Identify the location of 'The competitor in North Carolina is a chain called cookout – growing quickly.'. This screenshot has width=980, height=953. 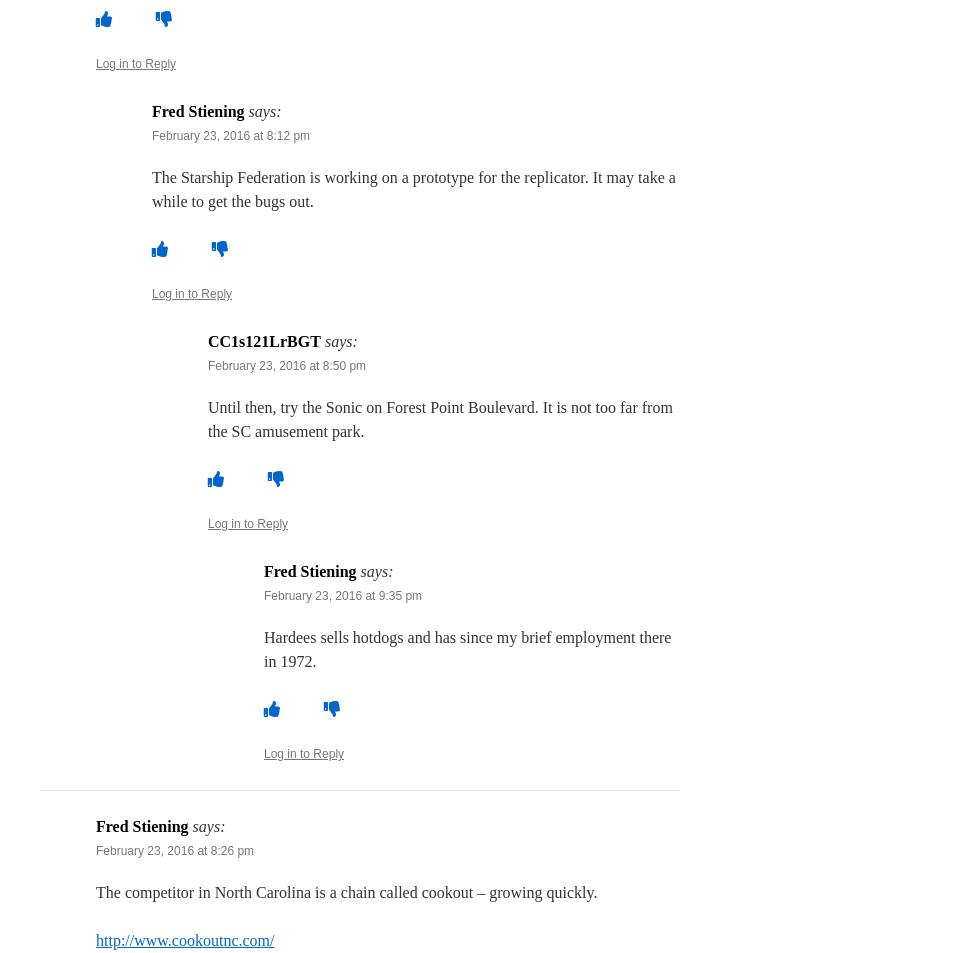
(346, 892).